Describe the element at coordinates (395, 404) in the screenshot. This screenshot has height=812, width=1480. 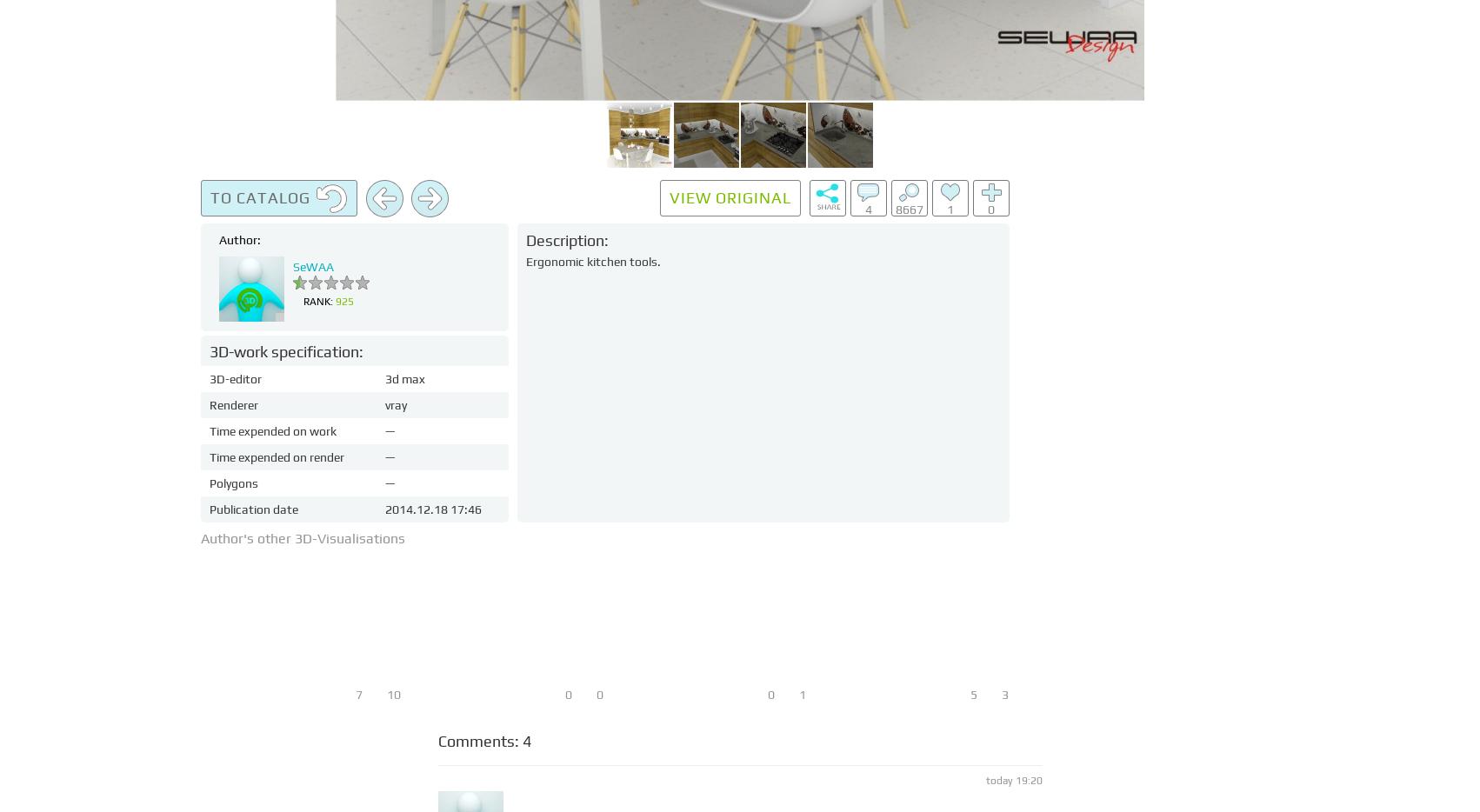
I see `'vray'` at that location.